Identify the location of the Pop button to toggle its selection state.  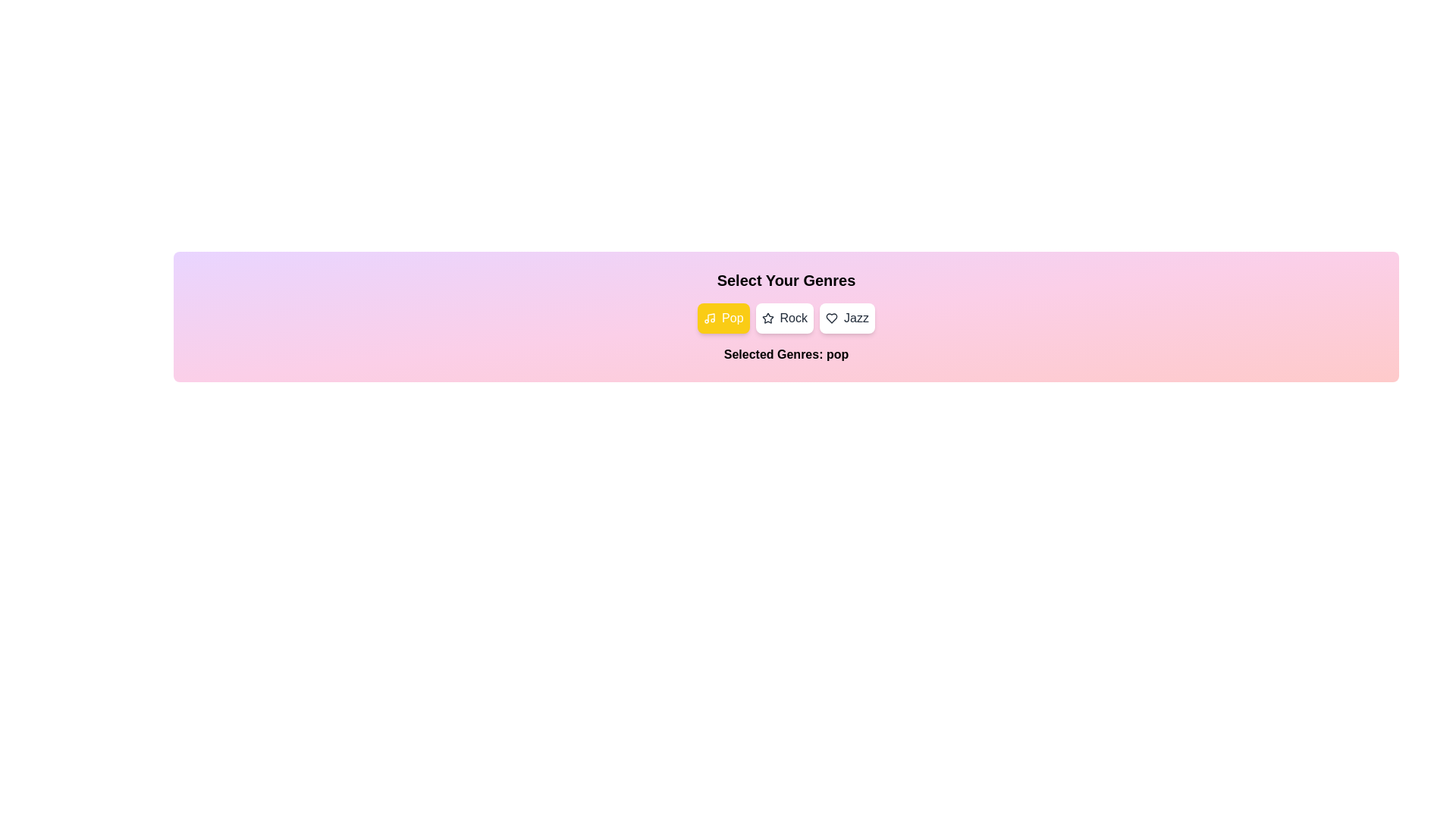
(723, 318).